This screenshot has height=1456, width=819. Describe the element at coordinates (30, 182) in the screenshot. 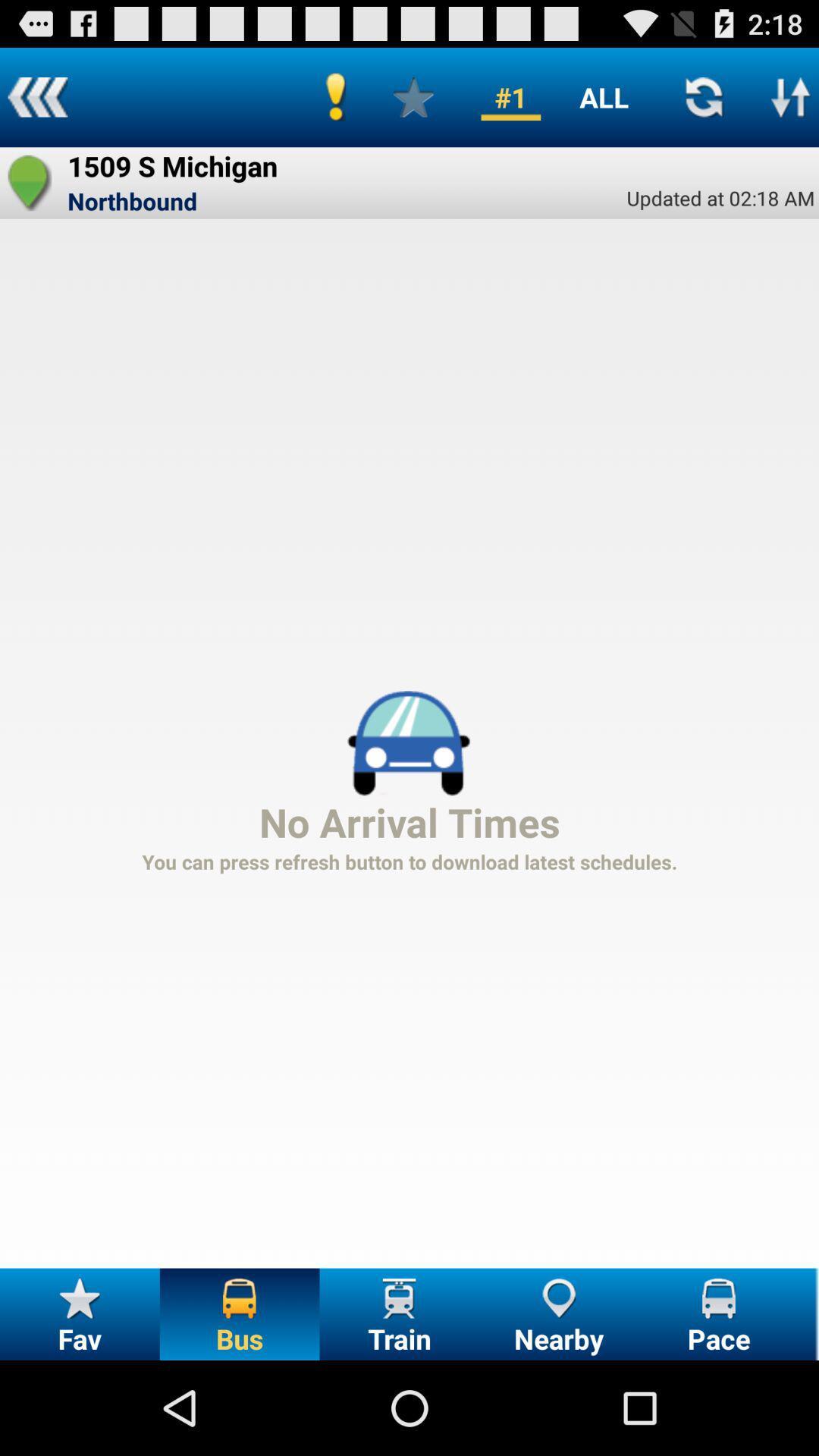

I see `location pin` at that location.